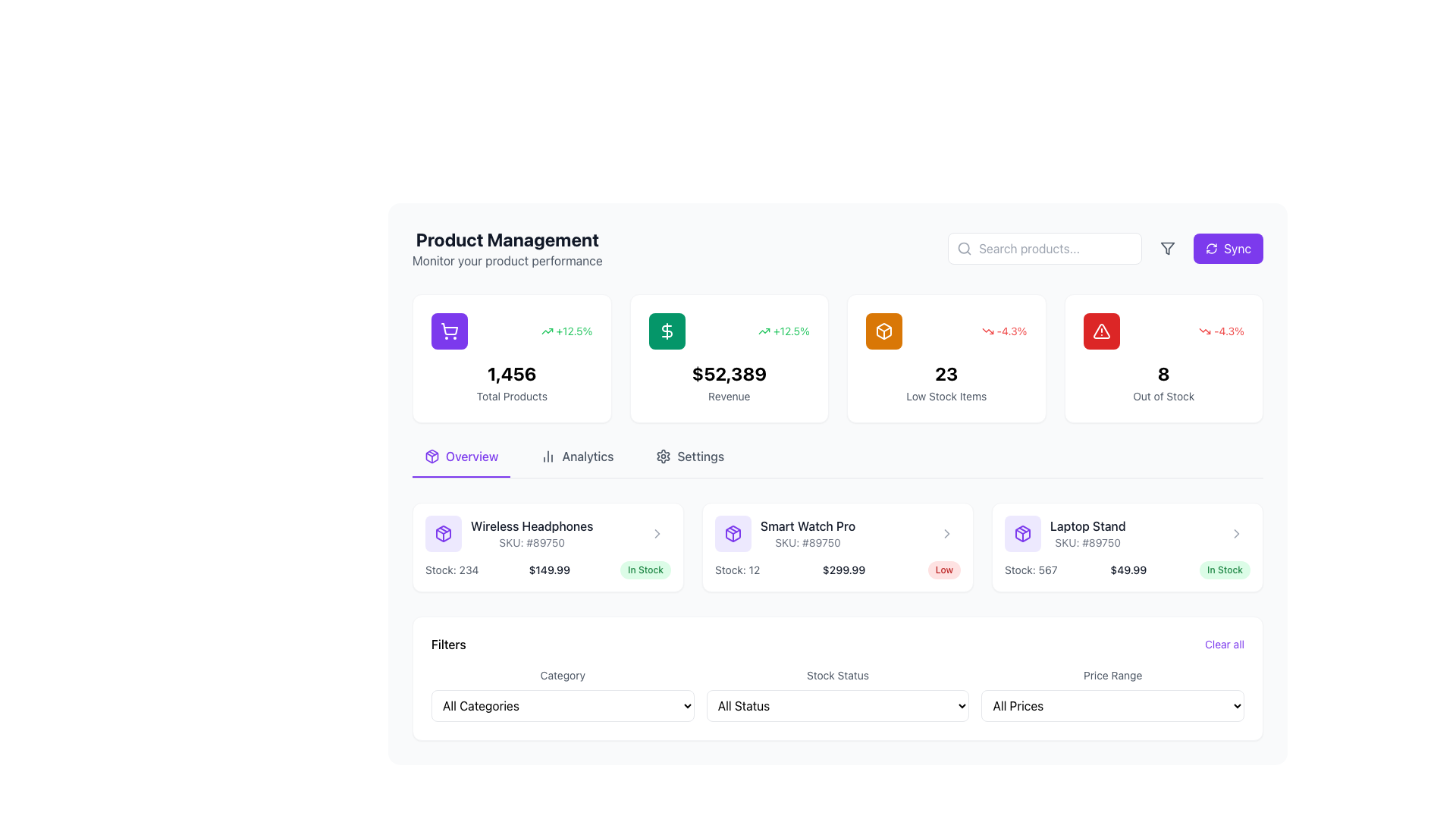  Describe the element at coordinates (512, 396) in the screenshot. I see `text from the 'Total Products' label, which is a gray text label located at the bottom of the first metric card displaying '1,456'` at that location.